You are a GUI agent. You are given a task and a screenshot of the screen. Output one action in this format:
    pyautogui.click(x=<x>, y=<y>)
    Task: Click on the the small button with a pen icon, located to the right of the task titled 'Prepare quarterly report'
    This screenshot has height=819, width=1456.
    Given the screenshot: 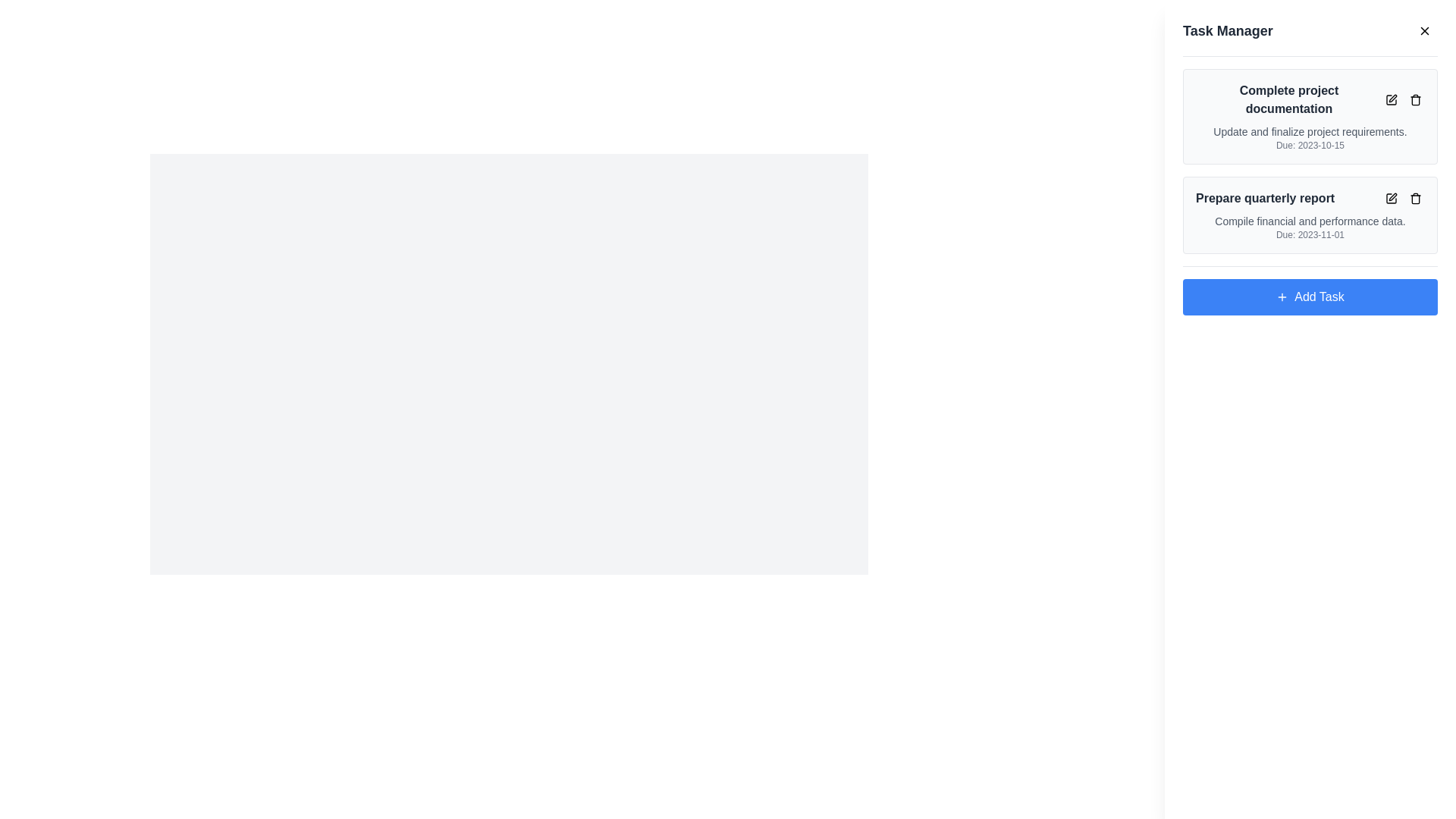 What is the action you would take?
    pyautogui.click(x=1391, y=198)
    